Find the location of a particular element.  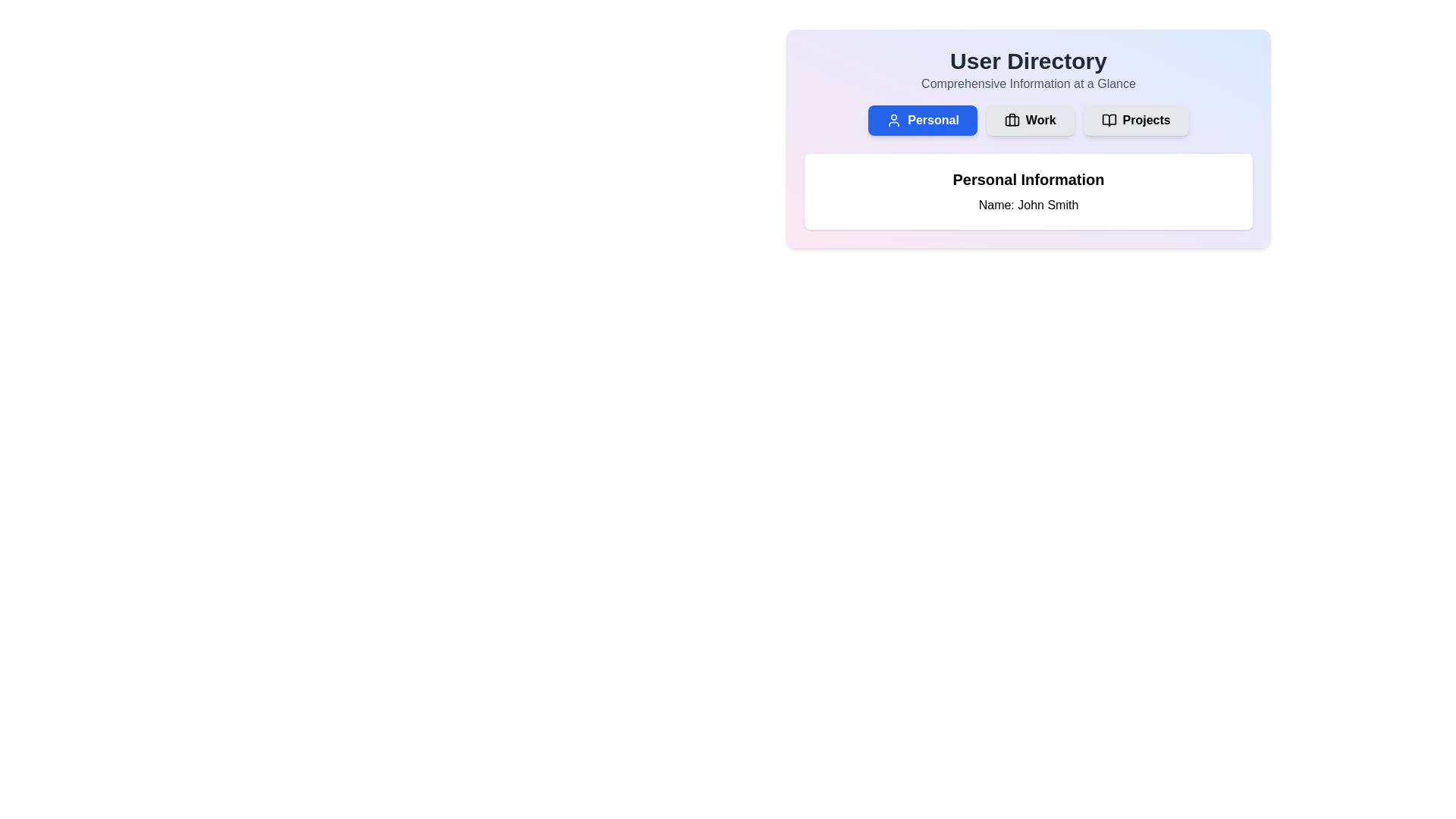

the bold, large-sized text label displaying 'User Directory' which is located at the top of the user interface card is located at coordinates (1028, 61).